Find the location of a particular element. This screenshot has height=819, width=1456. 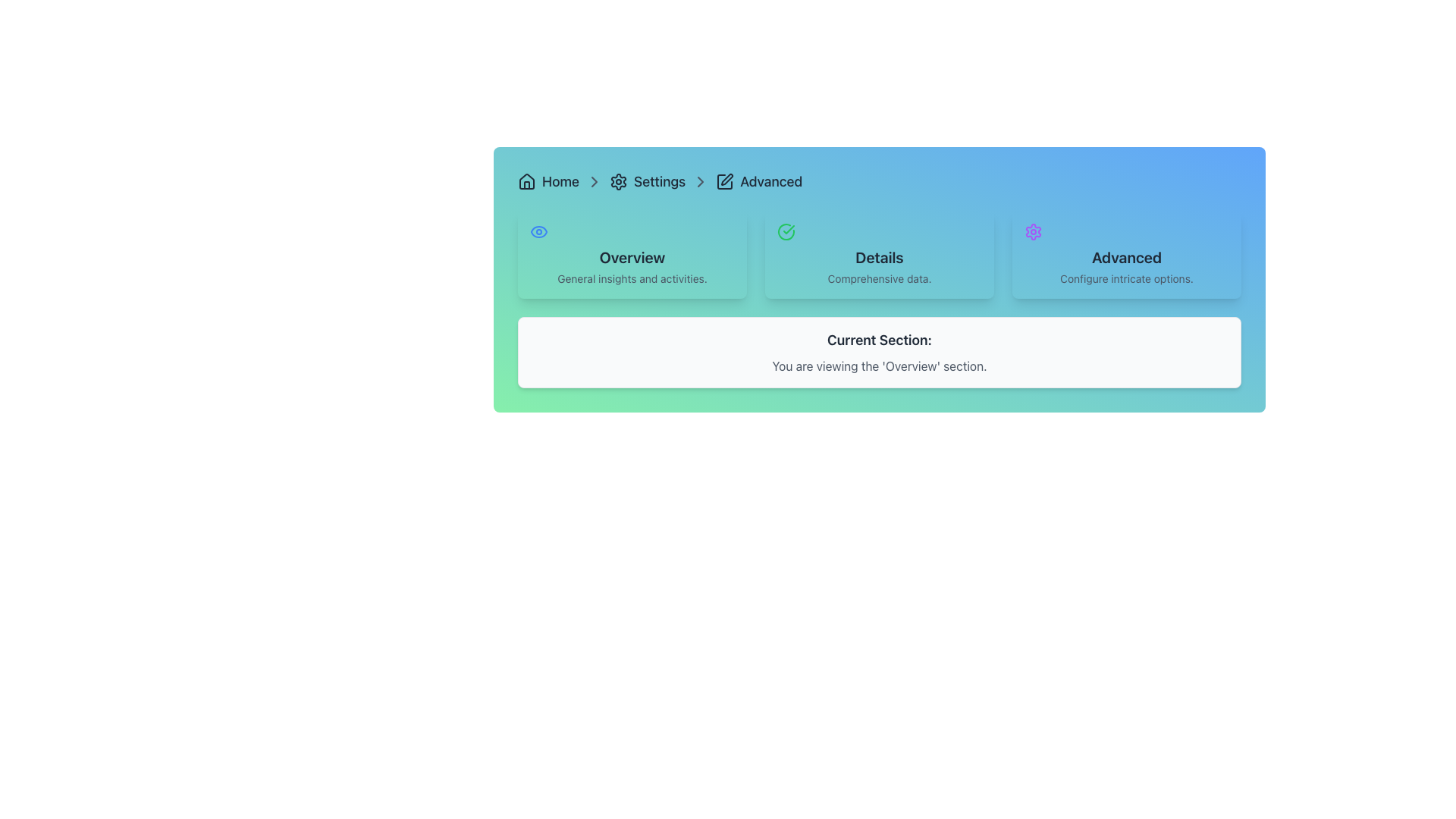

the right-facing chevron icon (Indicator) located in the breadcrumb navigation bar between the 'Home' and 'Settings' labels is located at coordinates (593, 180).